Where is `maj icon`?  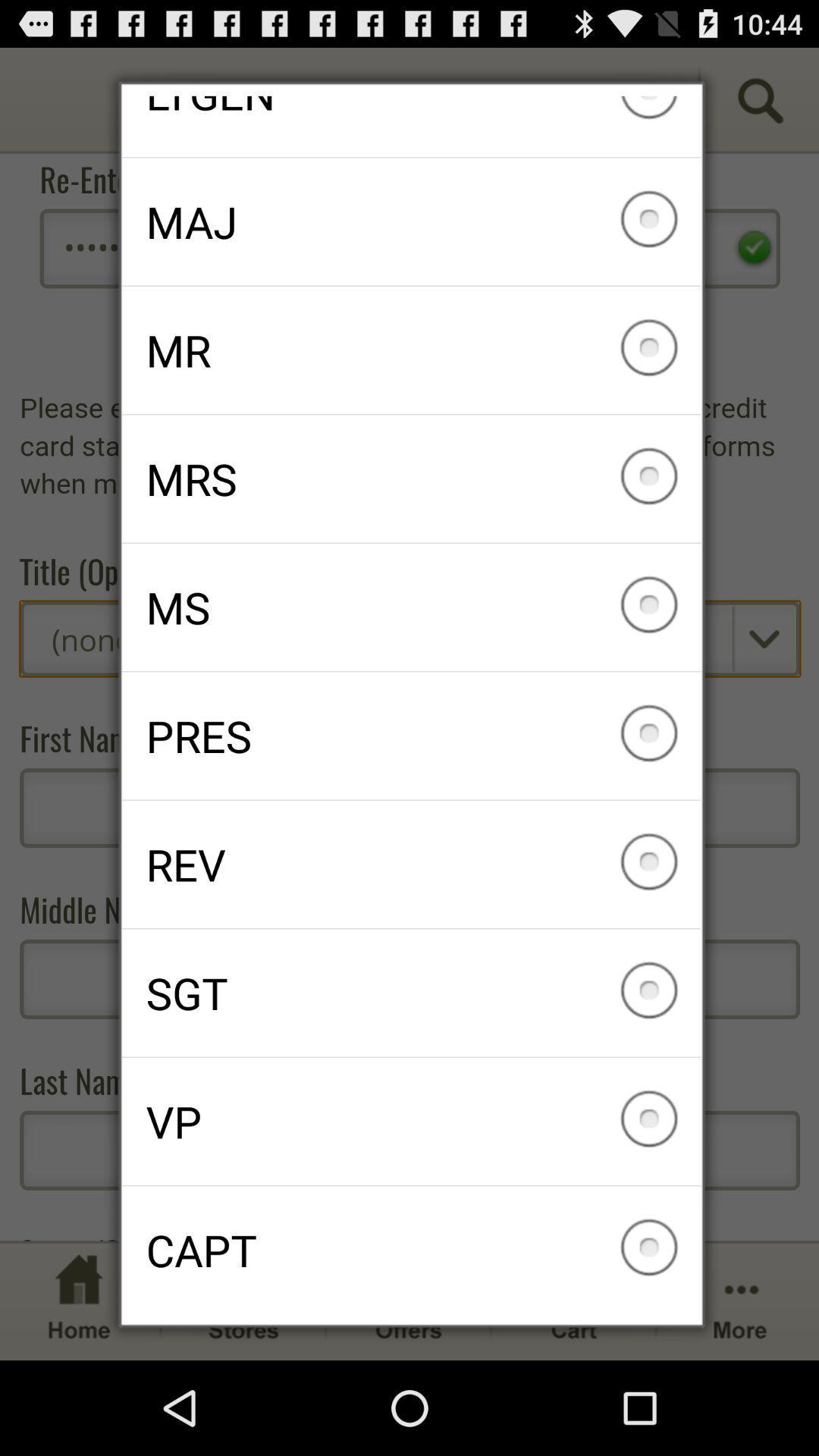
maj icon is located at coordinates (411, 221).